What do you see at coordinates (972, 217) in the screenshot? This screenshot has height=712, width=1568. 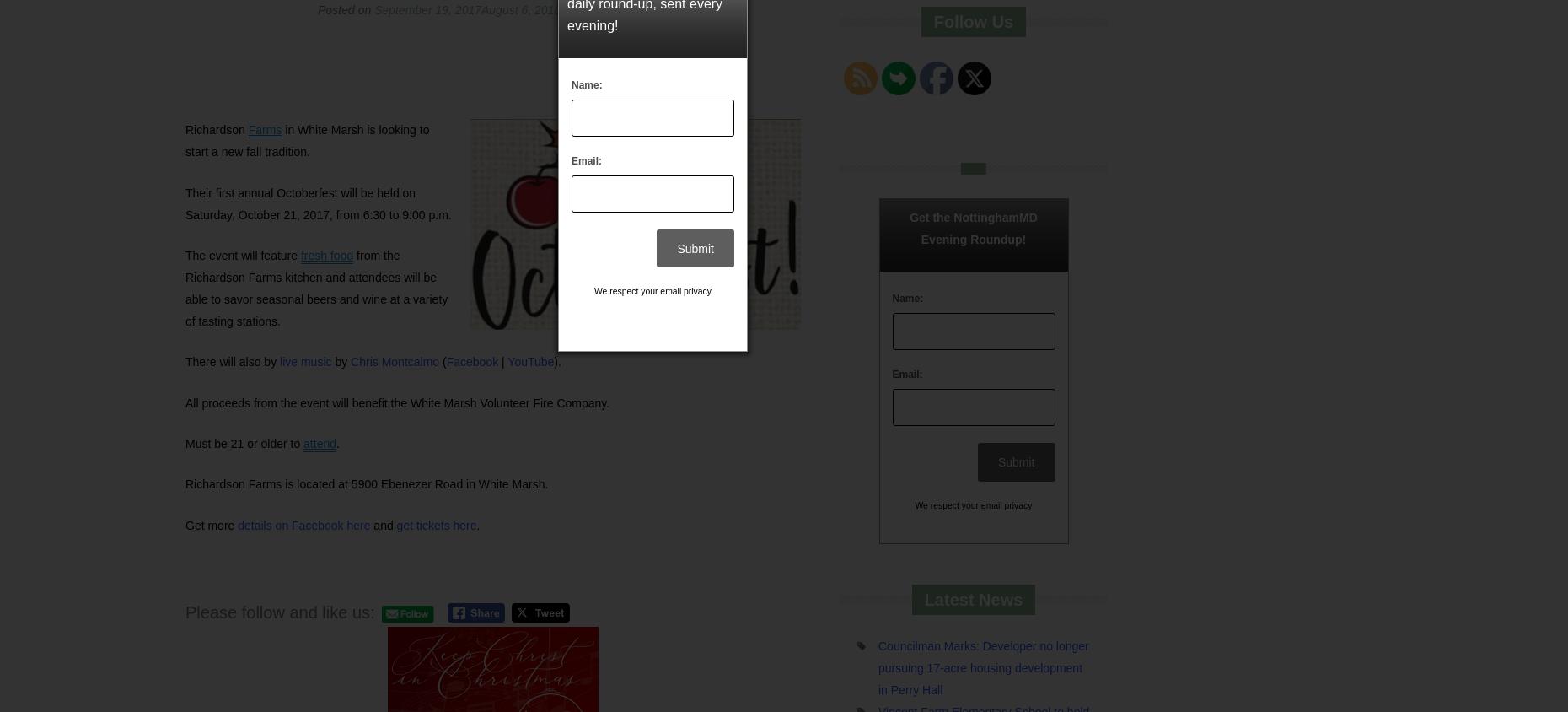 I see `'Get the NottinghamMD'` at bounding box center [972, 217].